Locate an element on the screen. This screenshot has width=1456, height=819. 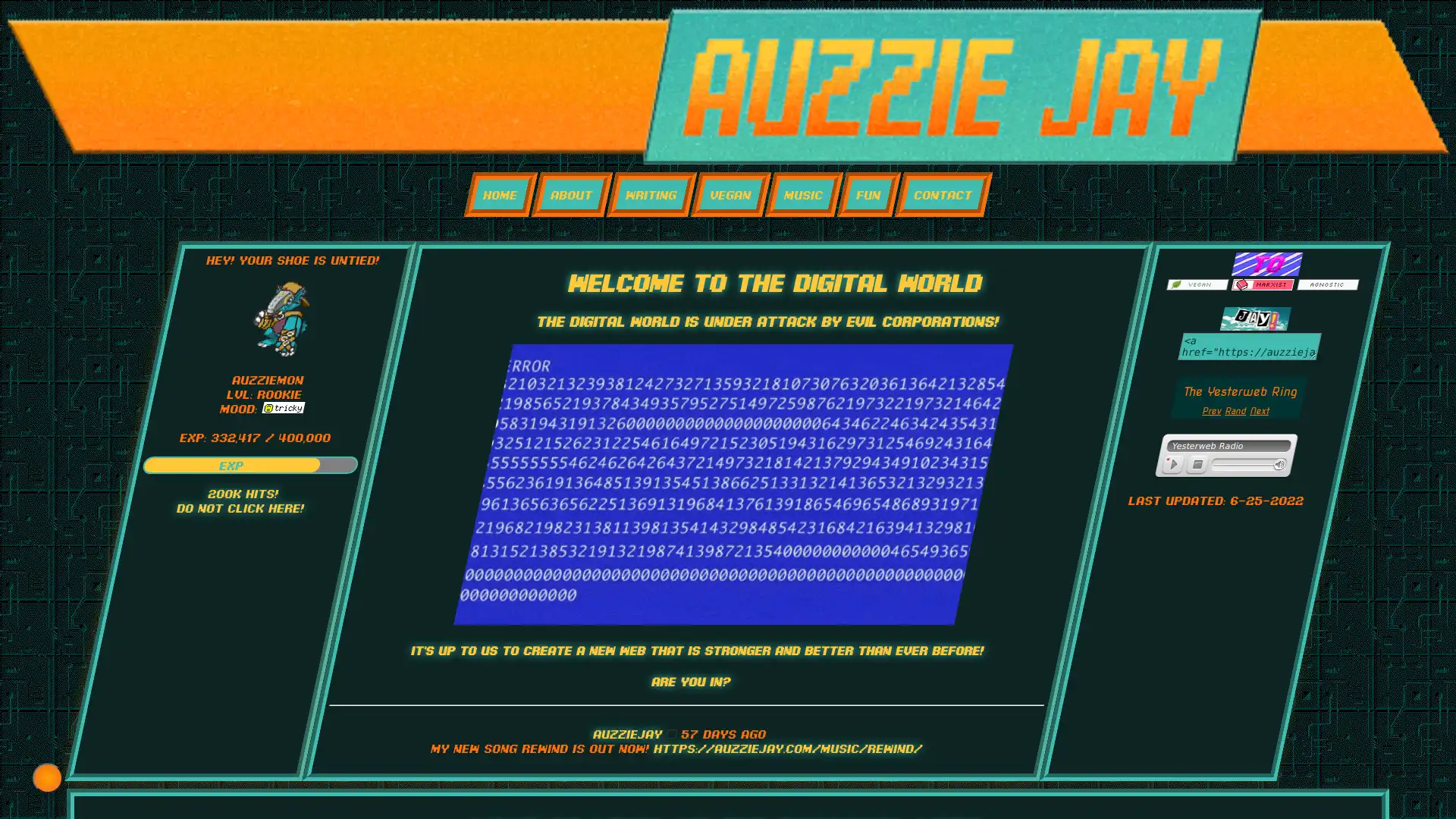
MUSIC is located at coordinates (802, 193).